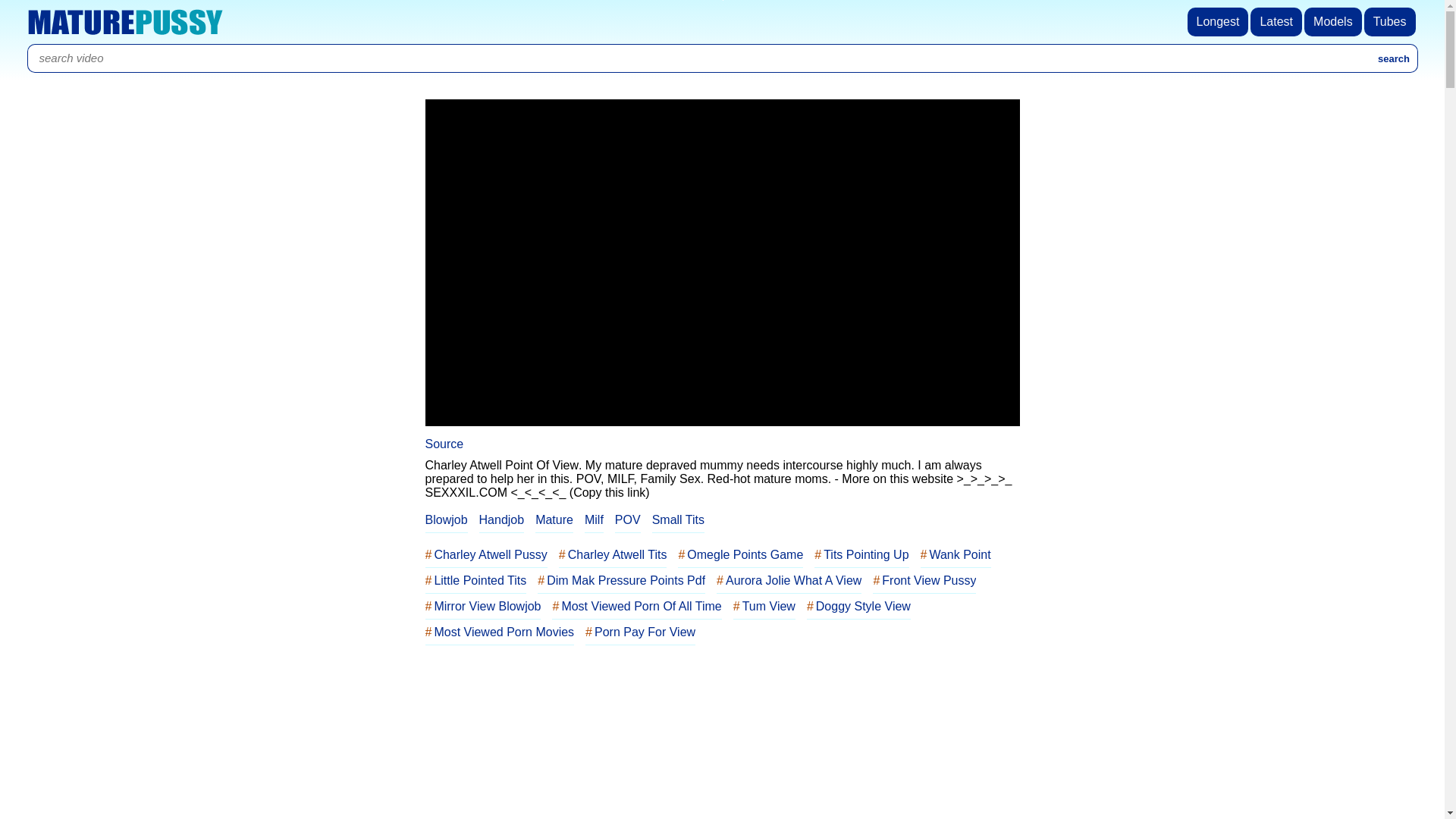 The width and height of the screenshot is (1456, 819). I want to click on 'Porn Pay For View', so click(640, 632).